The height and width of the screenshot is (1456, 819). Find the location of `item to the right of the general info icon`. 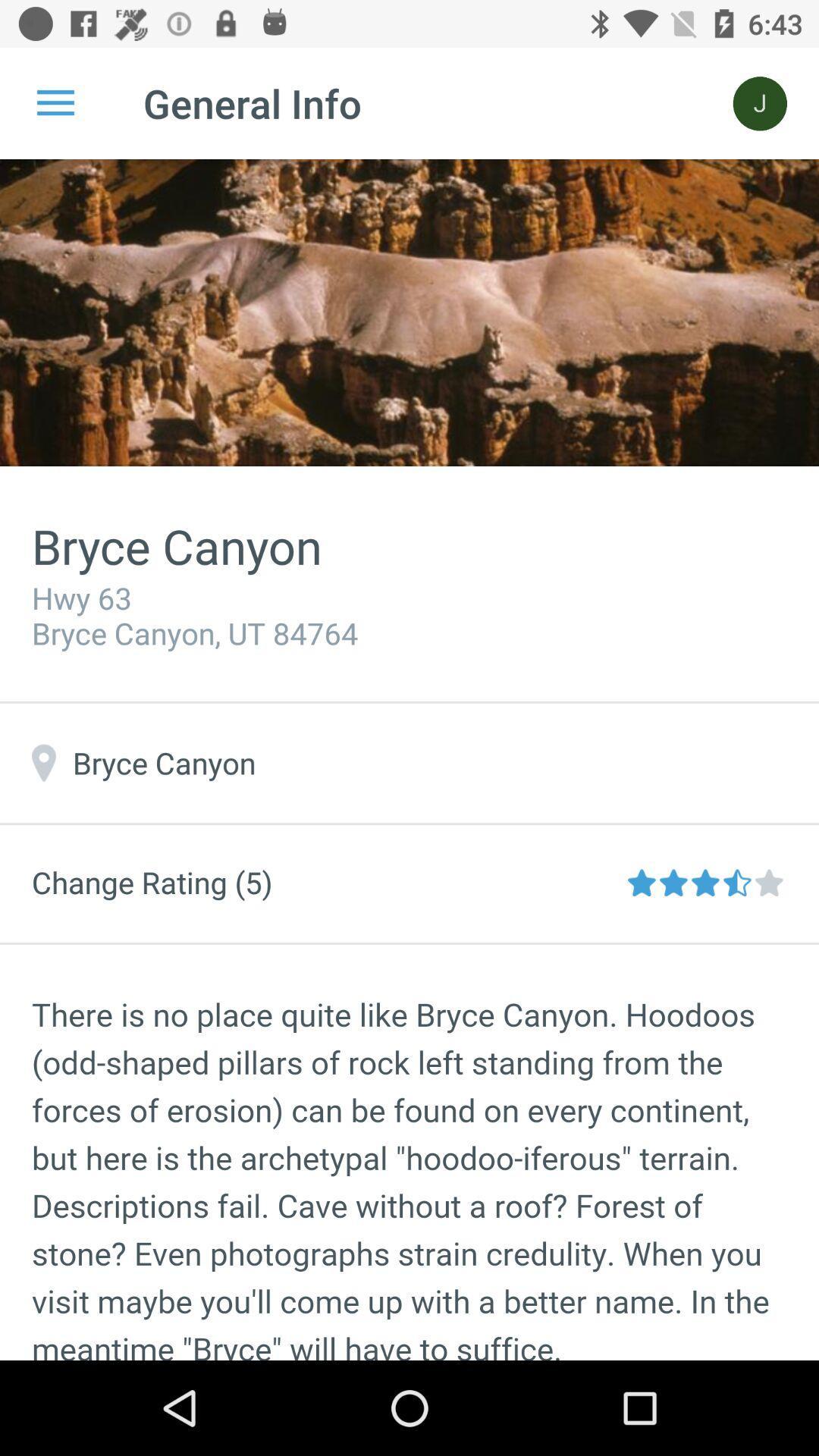

item to the right of the general info icon is located at coordinates (760, 102).